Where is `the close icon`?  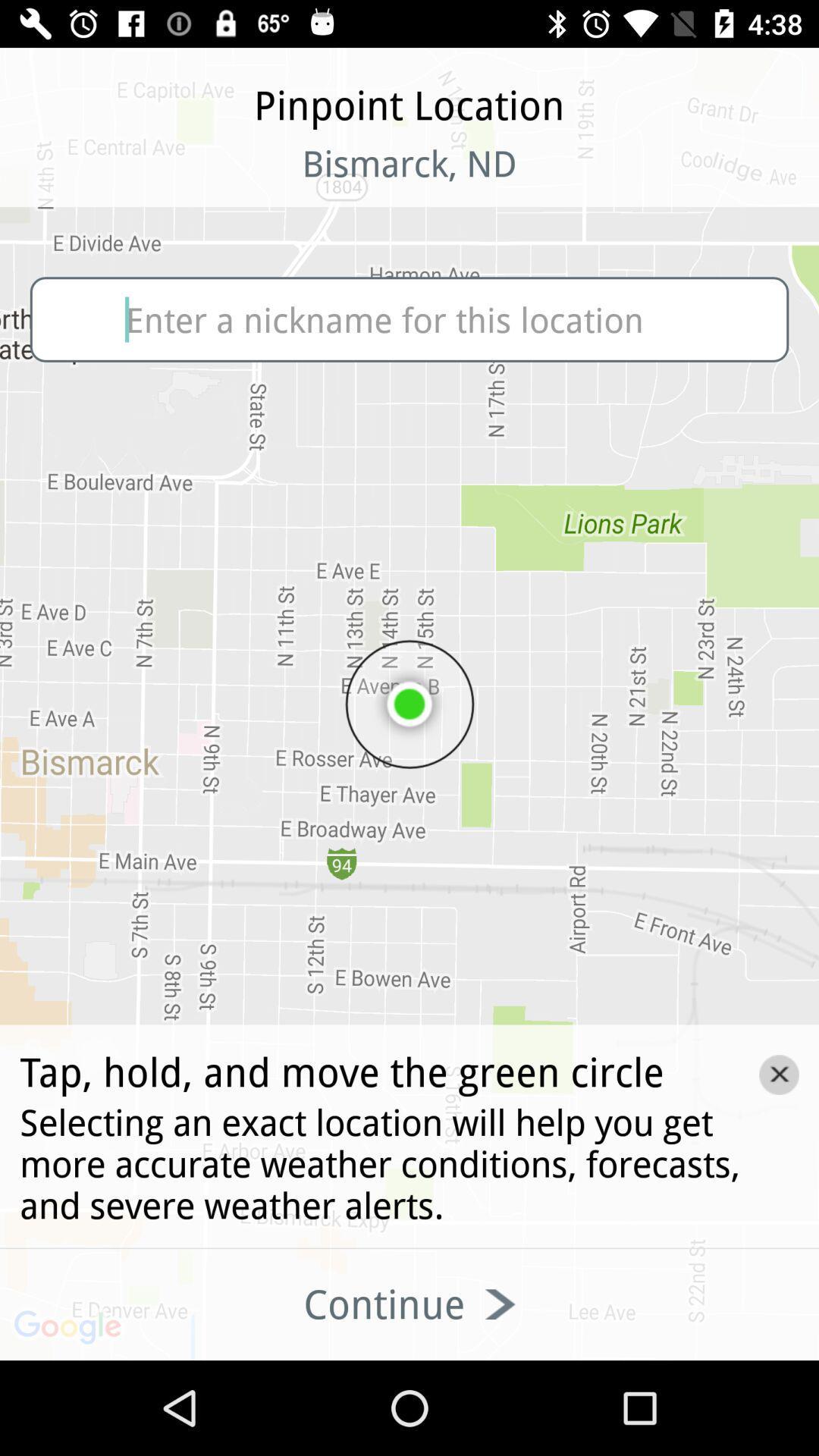 the close icon is located at coordinates (779, 1074).